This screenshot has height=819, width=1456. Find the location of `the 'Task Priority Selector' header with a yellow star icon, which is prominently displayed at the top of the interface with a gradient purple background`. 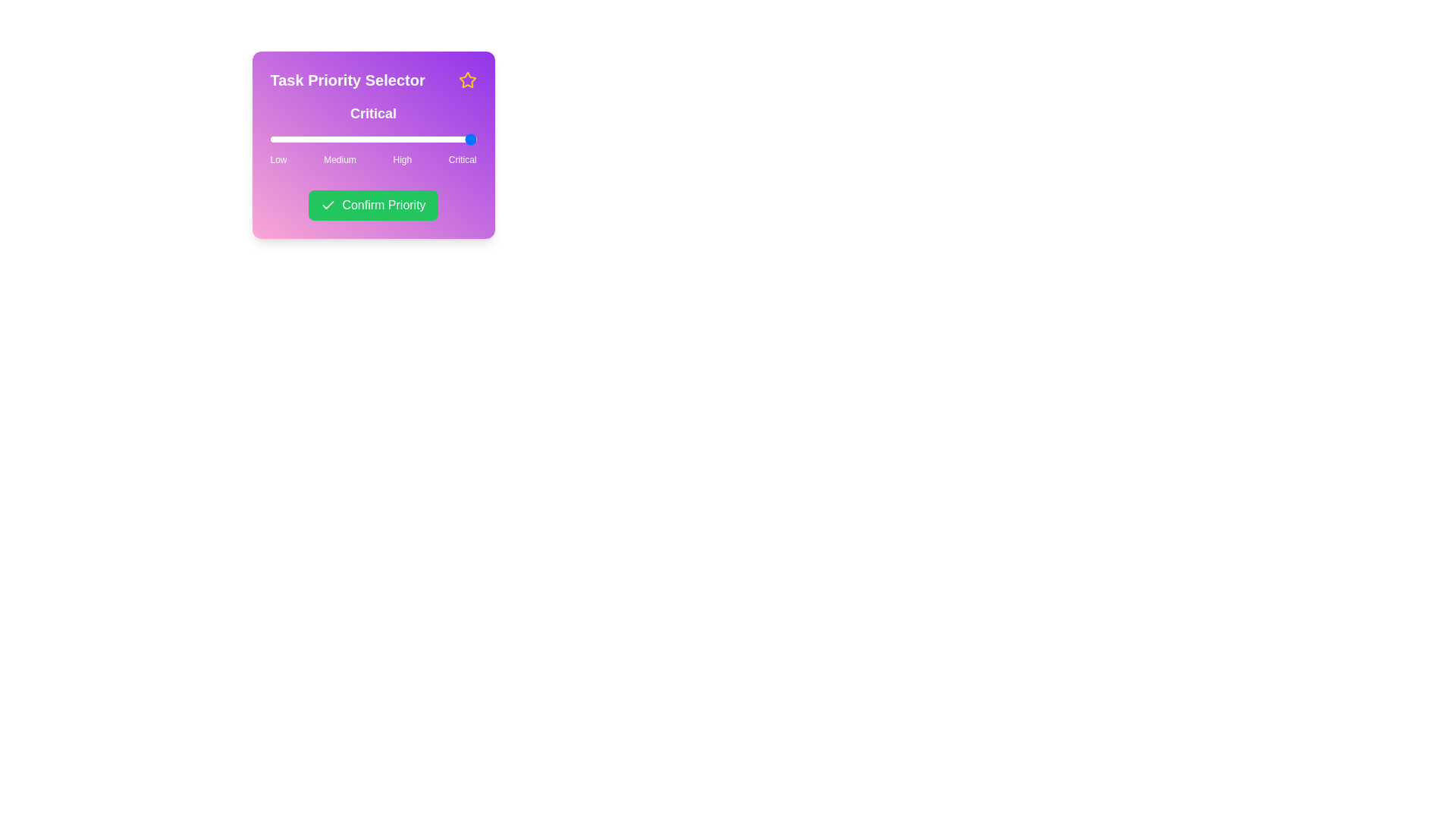

the 'Task Priority Selector' header with a yellow star icon, which is prominently displayed at the top of the interface with a gradient purple background is located at coordinates (373, 80).